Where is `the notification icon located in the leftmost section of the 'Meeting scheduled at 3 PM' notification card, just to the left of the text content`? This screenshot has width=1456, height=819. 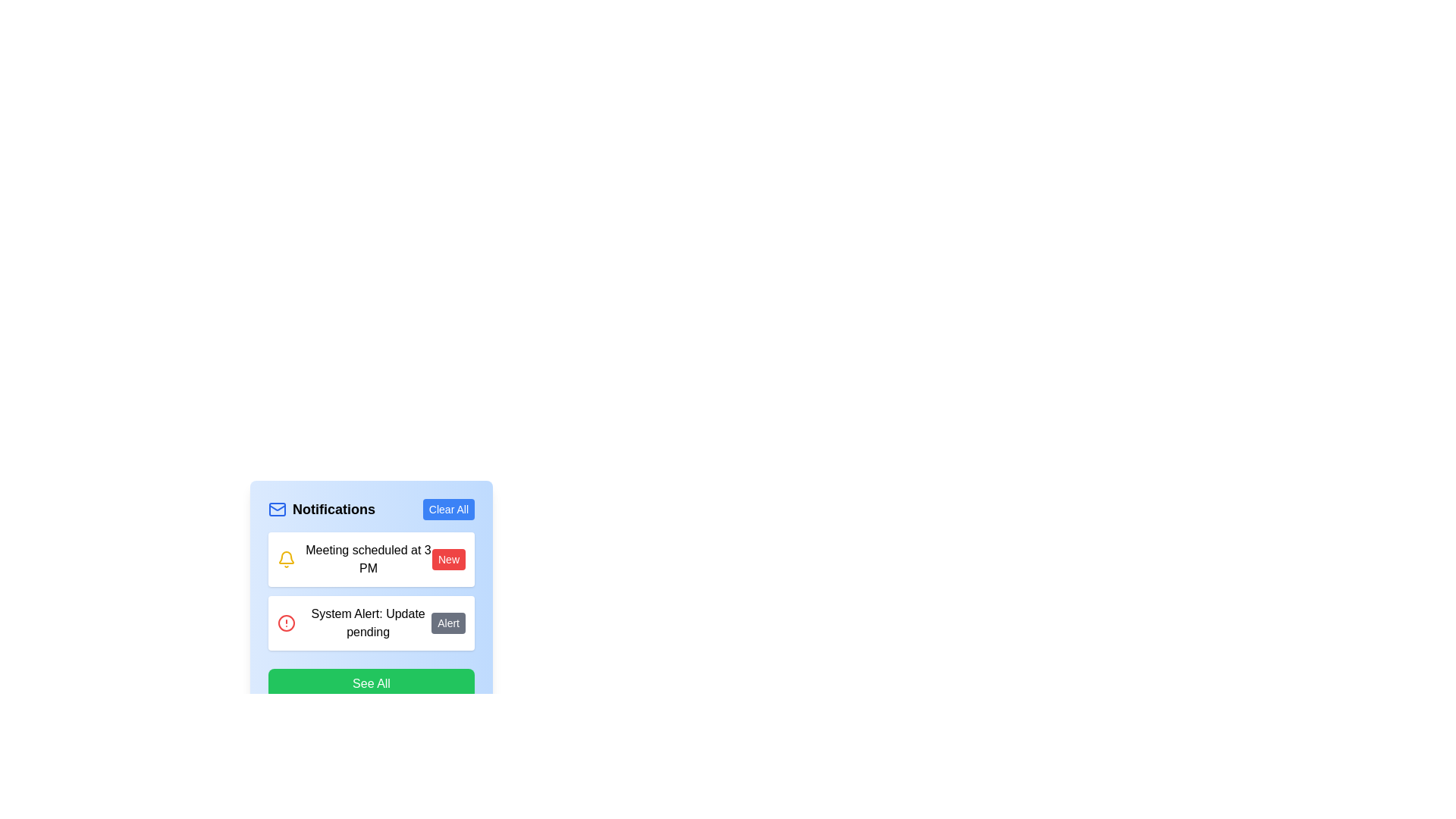
the notification icon located in the leftmost section of the 'Meeting scheduled at 3 PM' notification card, just to the left of the text content is located at coordinates (287, 559).